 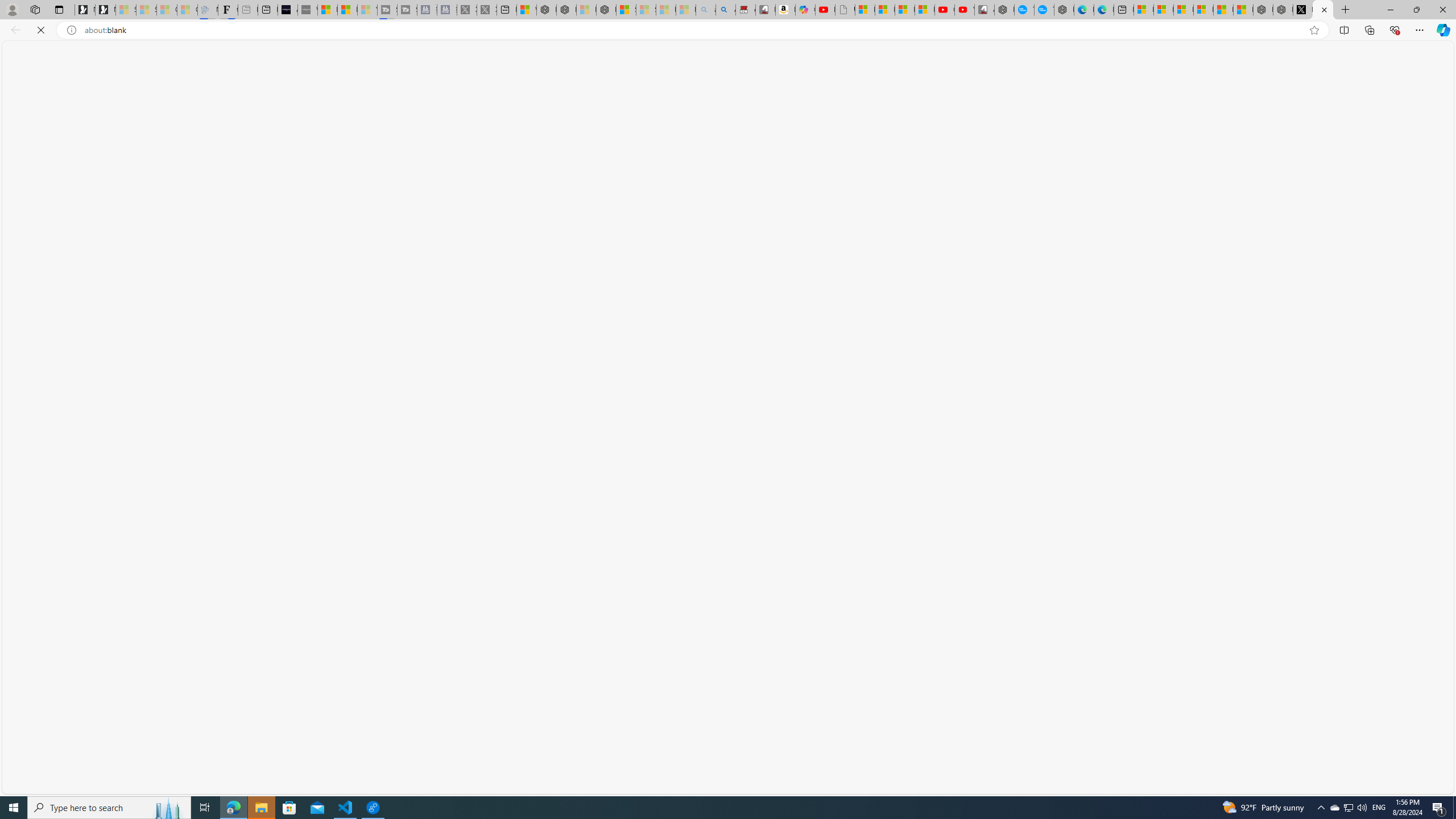 What do you see at coordinates (944, 9) in the screenshot?
I see `'Gloom - YouTube'` at bounding box center [944, 9].